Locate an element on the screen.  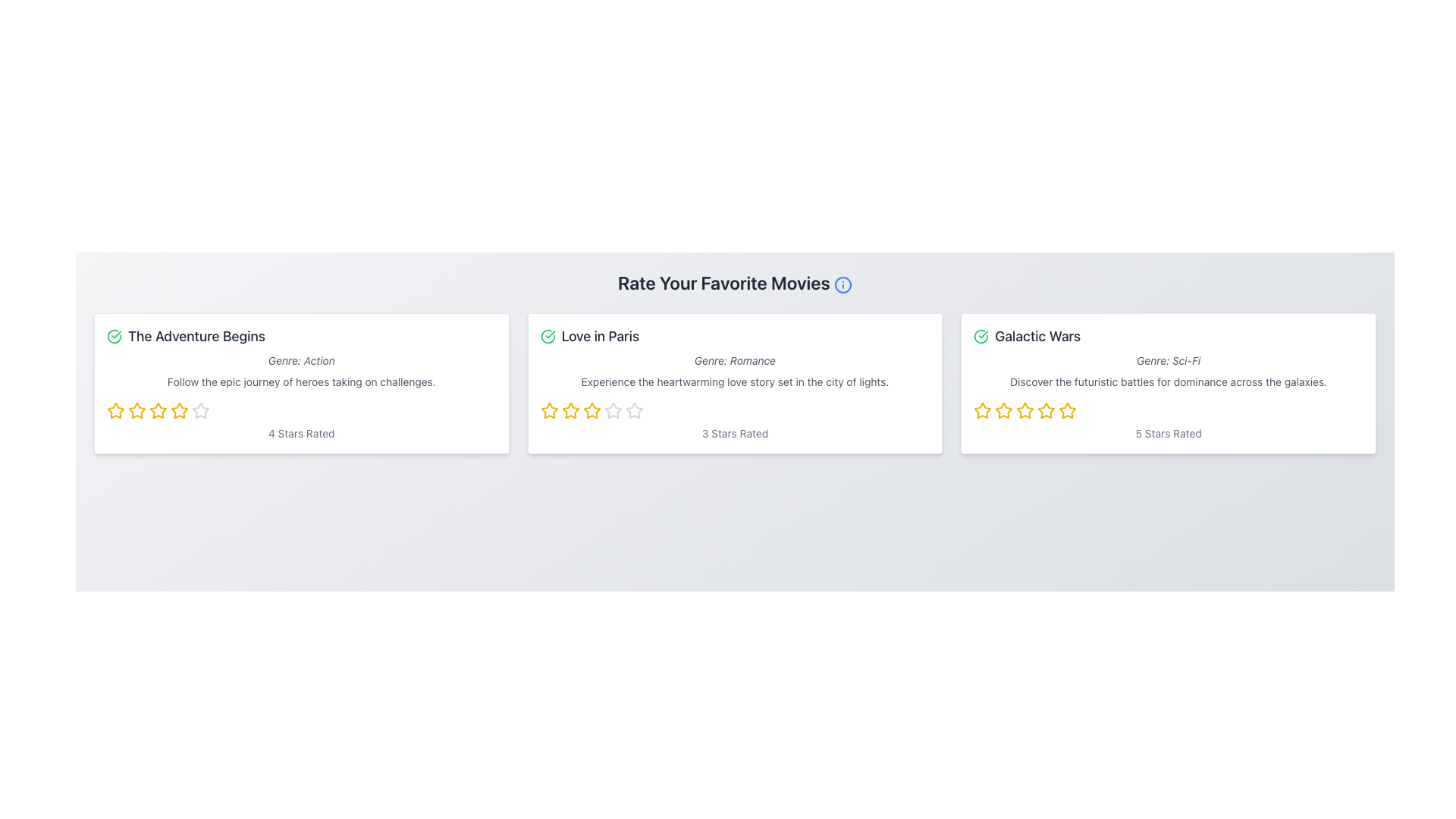
the bold header 'Galactic Wars' located at the top of the rightmost card in a set of three cards, aligned with a green checkmark icon to its left is located at coordinates (1037, 335).